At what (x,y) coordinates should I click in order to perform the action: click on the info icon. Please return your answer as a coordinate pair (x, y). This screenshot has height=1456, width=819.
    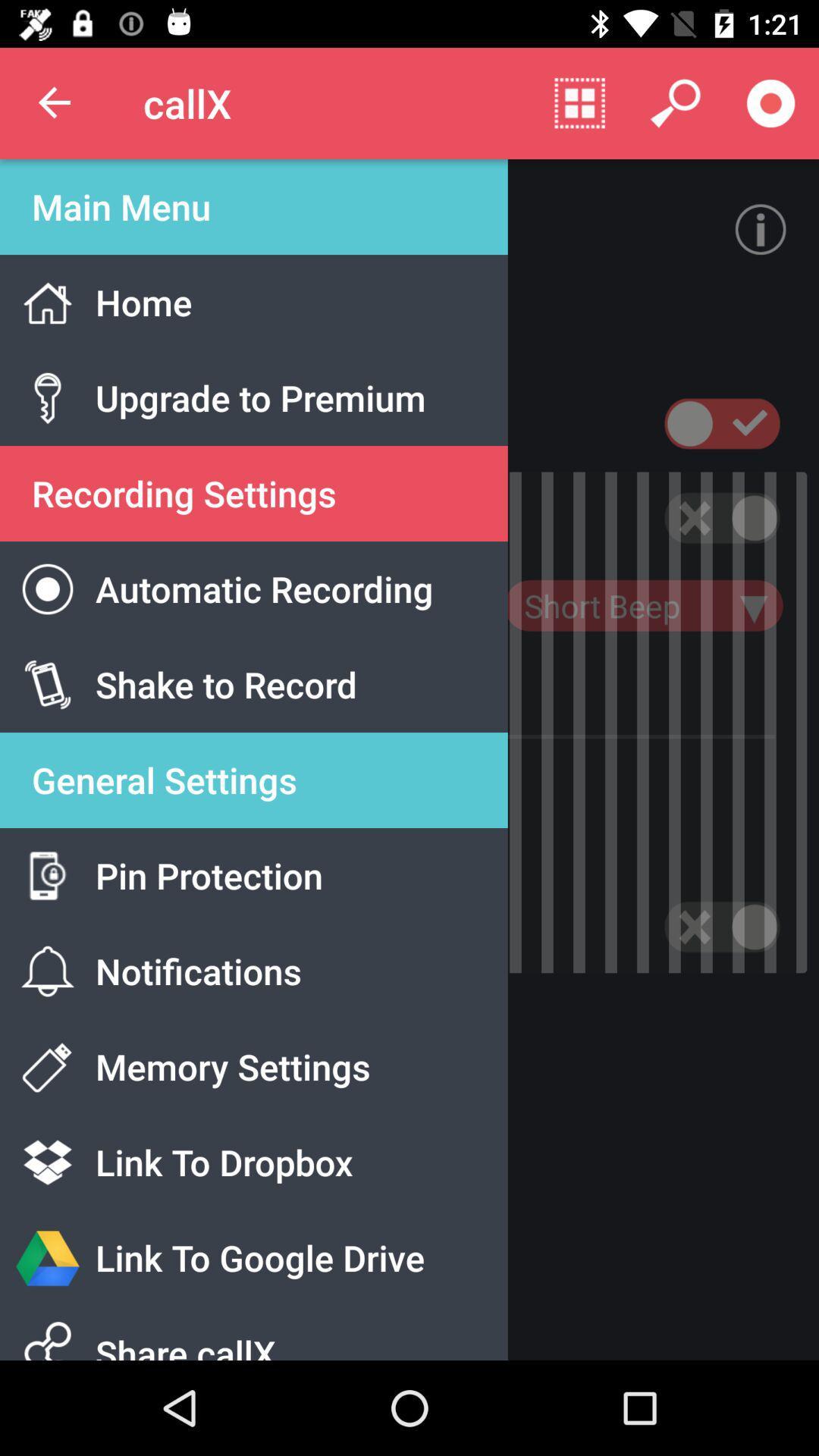
    Looking at the image, I should click on (748, 228).